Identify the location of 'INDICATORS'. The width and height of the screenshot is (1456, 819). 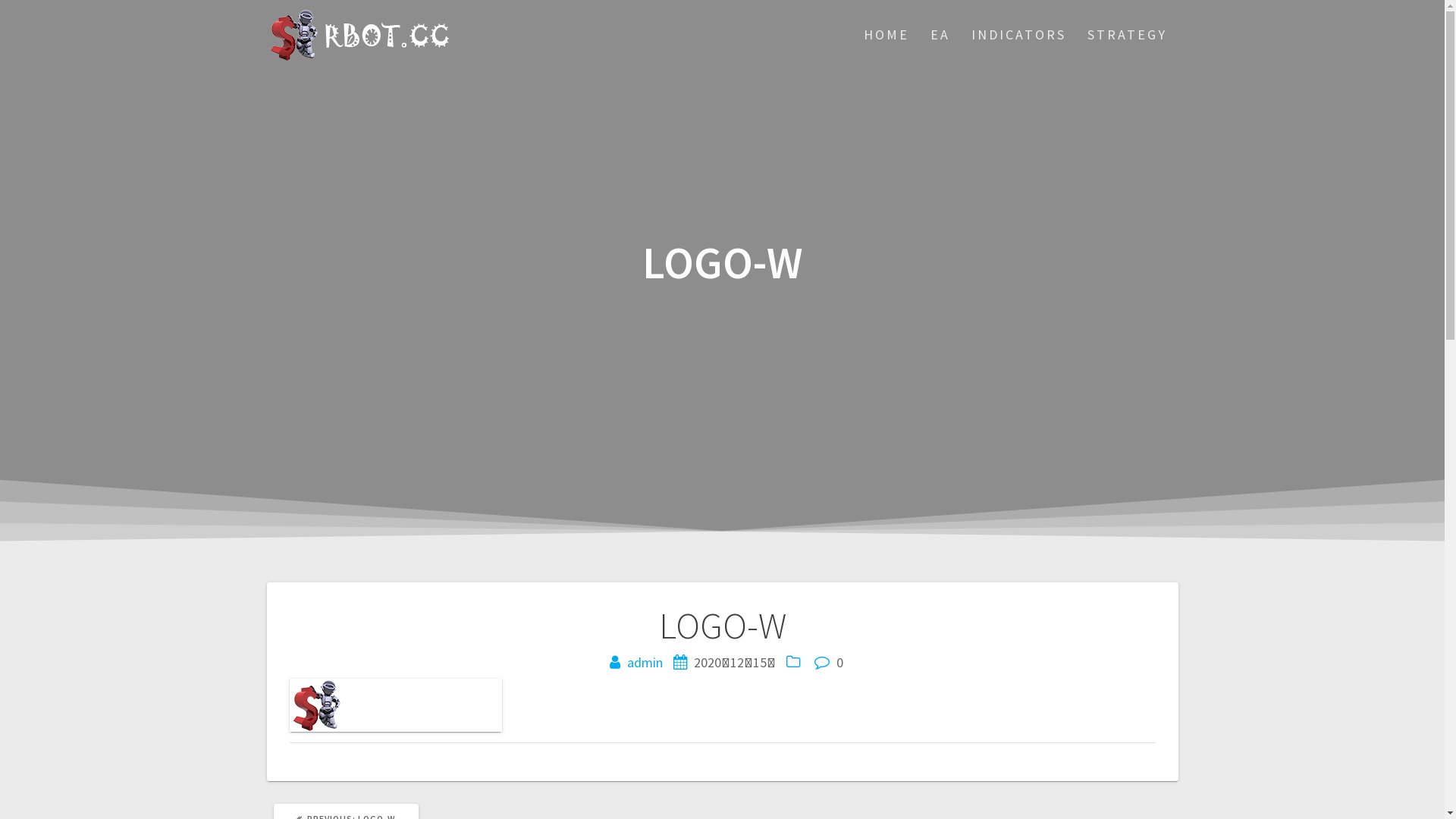
(971, 34).